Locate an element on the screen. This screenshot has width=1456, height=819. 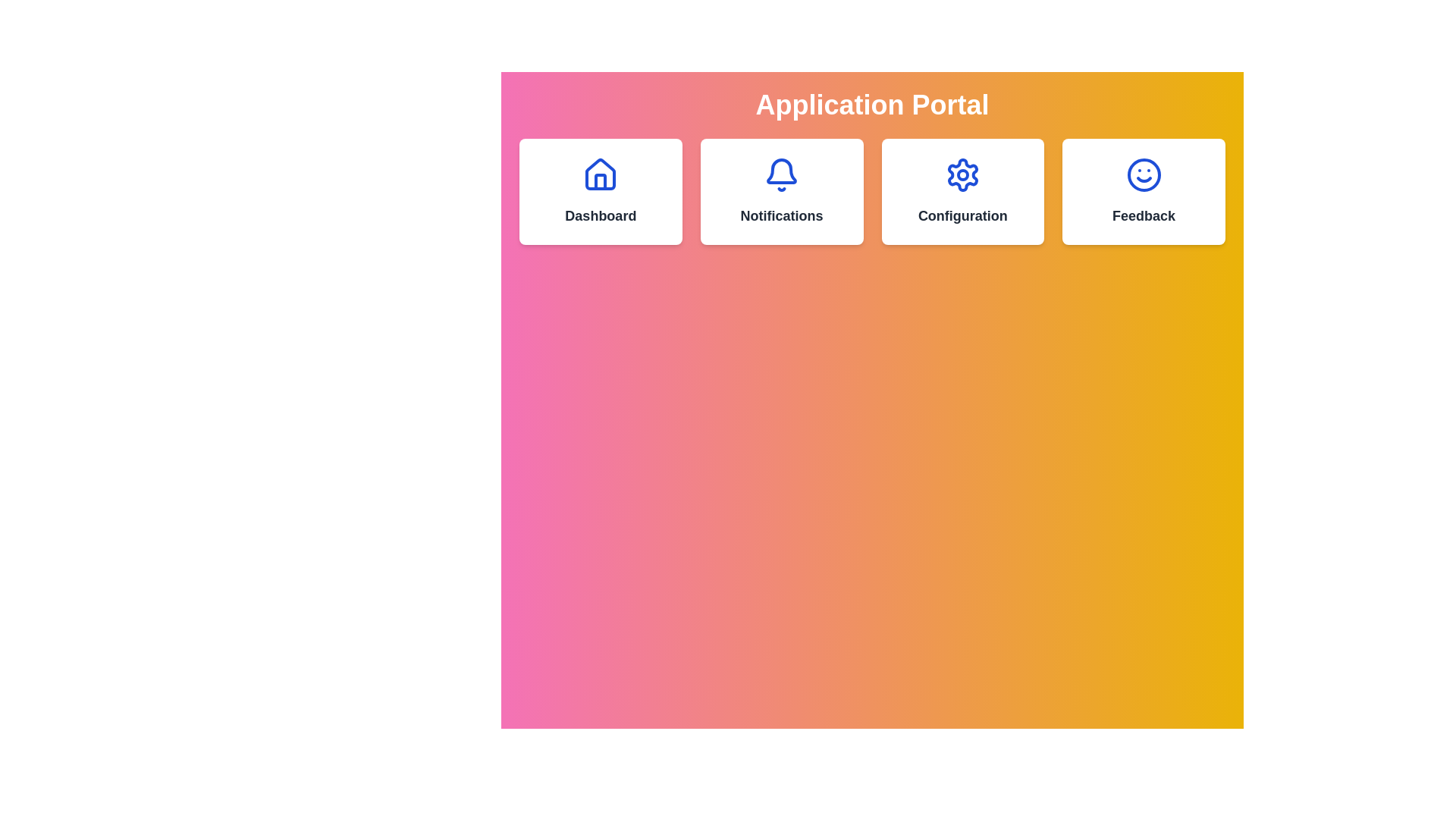
the bright blue cogwheel-shaped icon representing settings, located at the top center of the 'Configuration' card is located at coordinates (962, 174).